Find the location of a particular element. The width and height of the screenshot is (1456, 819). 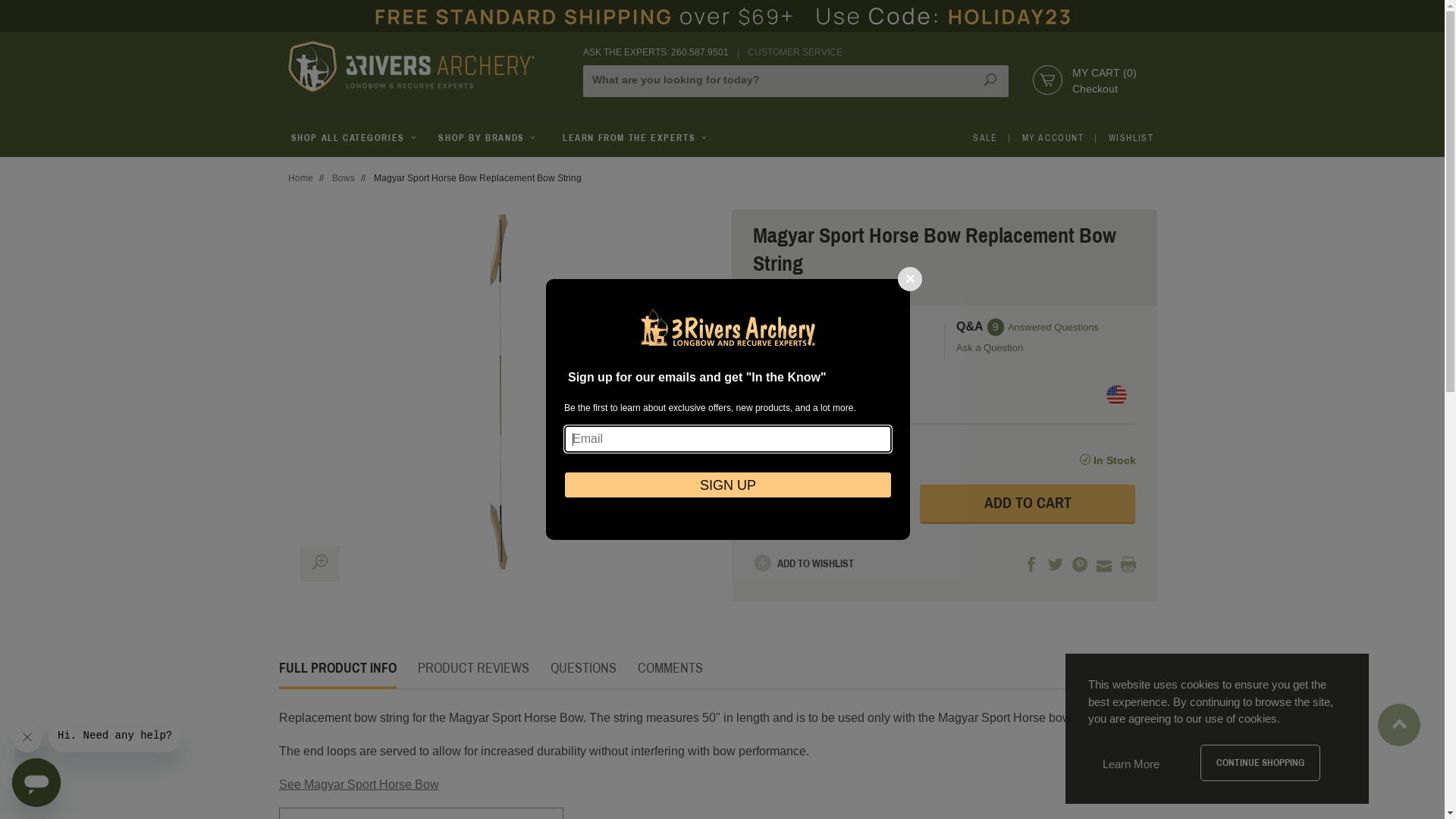

'LEARN FROM THE EXPERTS' is located at coordinates (635, 138).